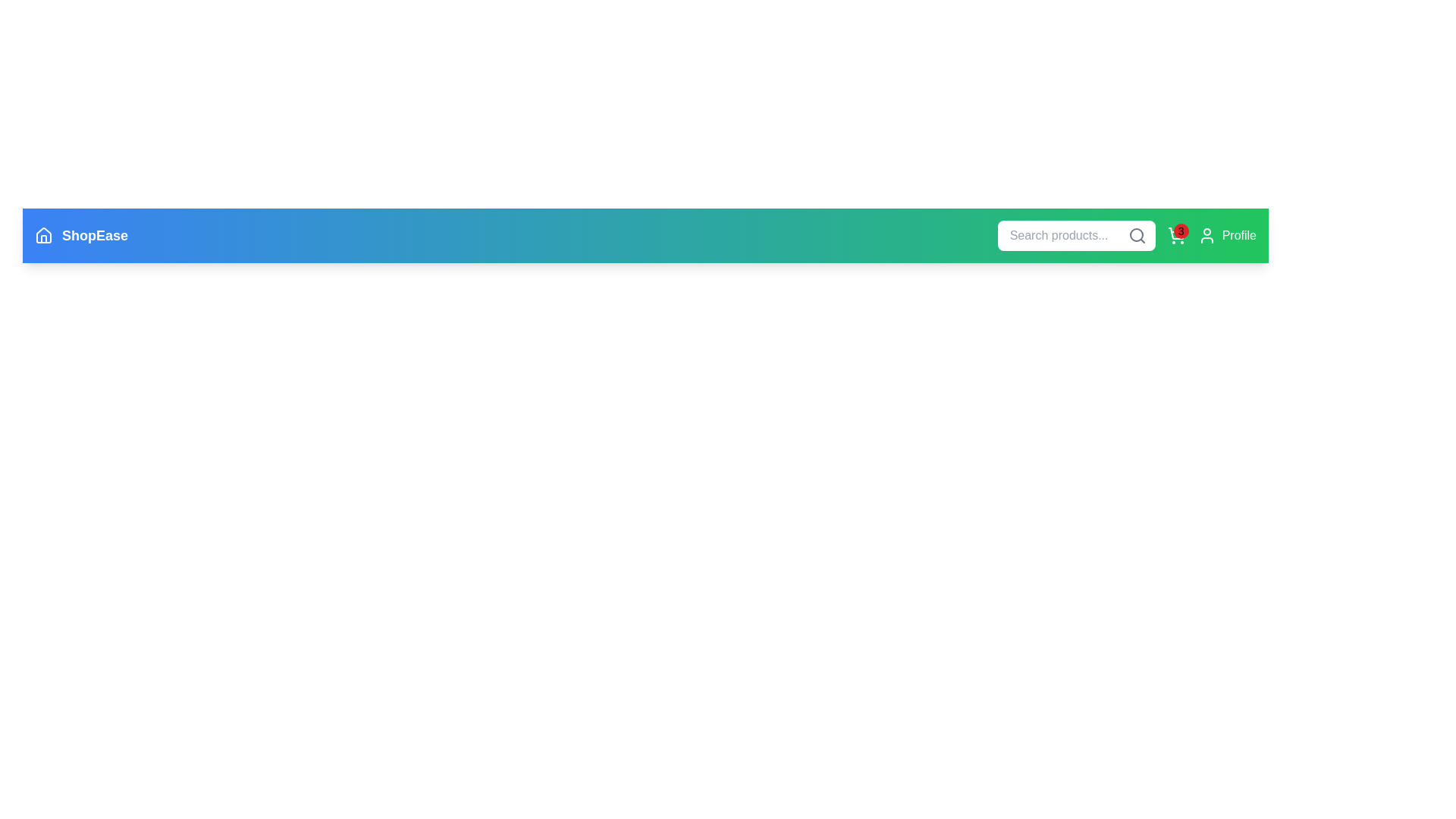 This screenshot has width=1456, height=819. What do you see at coordinates (43, 236) in the screenshot?
I see `the Home icon to navigate to the homepage` at bounding box center [43, 236].